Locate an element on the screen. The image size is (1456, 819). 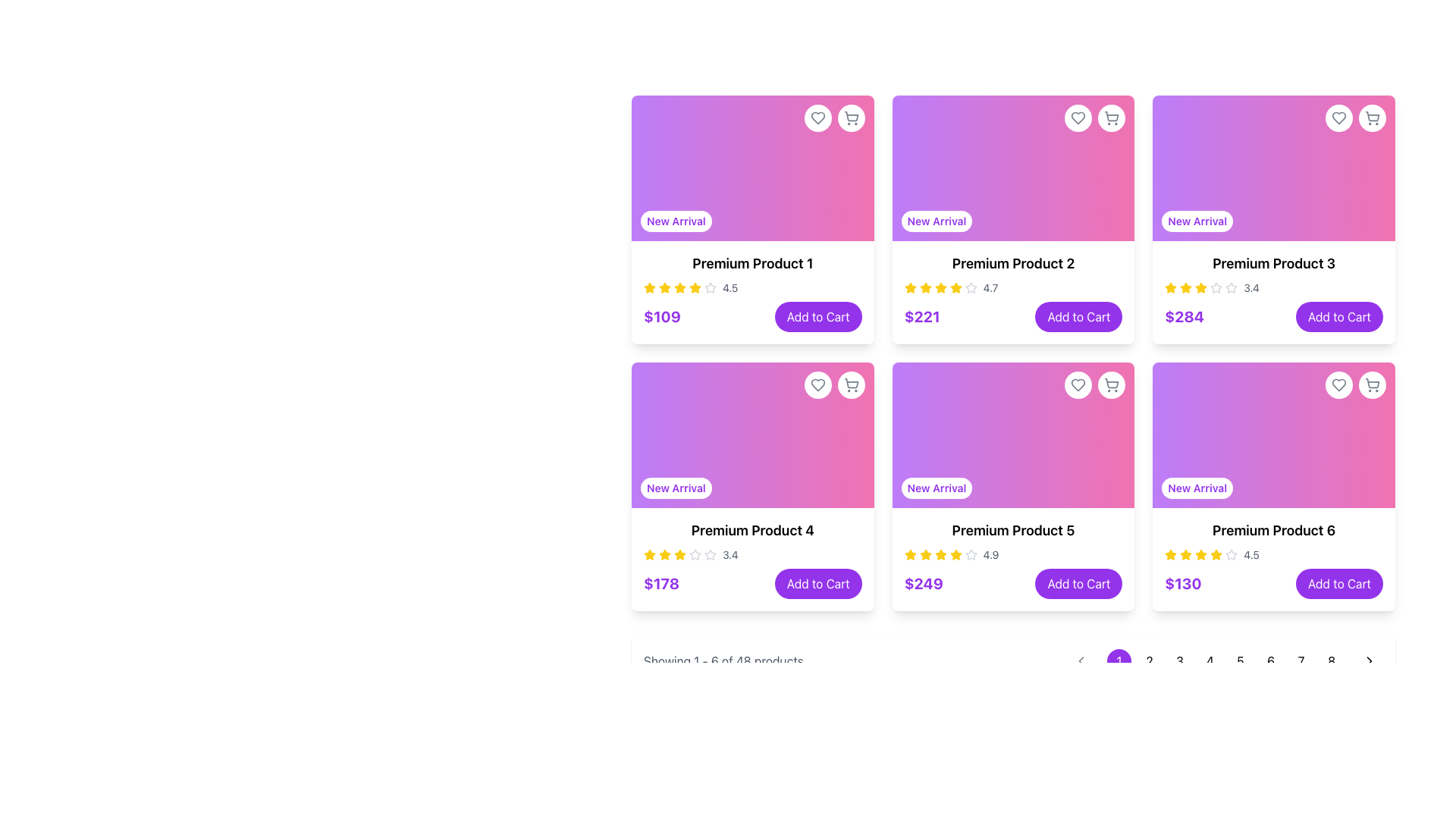
the interactive icon pair consisting of a heart icon and a shopping cart icon located at the top right corner of the product card for 'Premium Product 1' is located at coordinates (833, 117).